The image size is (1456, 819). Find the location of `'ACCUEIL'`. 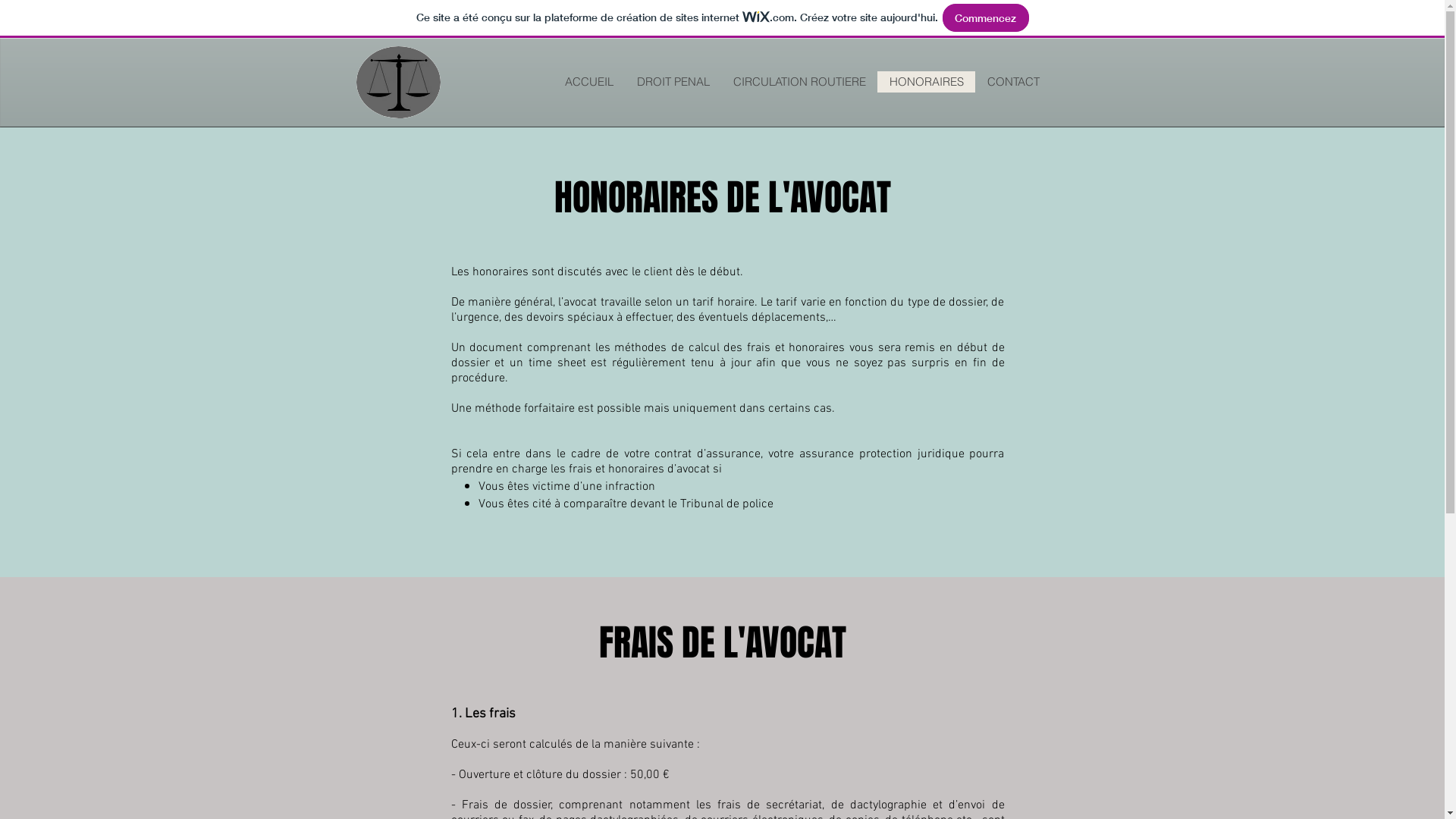

'ACCUEIL' is located at coordinates (587, 82).